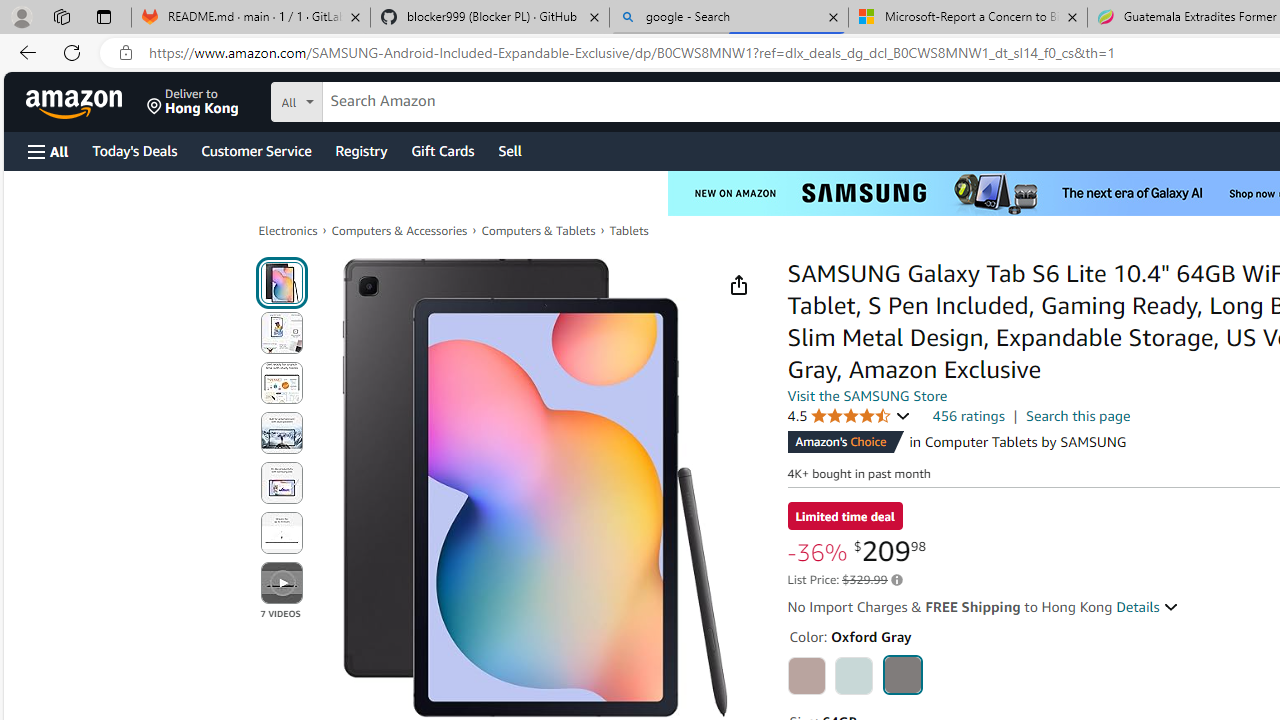 This screenshot has height=720, width=1280. What do you see at coordinates (807, 675) in the screenshot?
I see `'Chiffon Pink'` at bounding box center [807, 675].